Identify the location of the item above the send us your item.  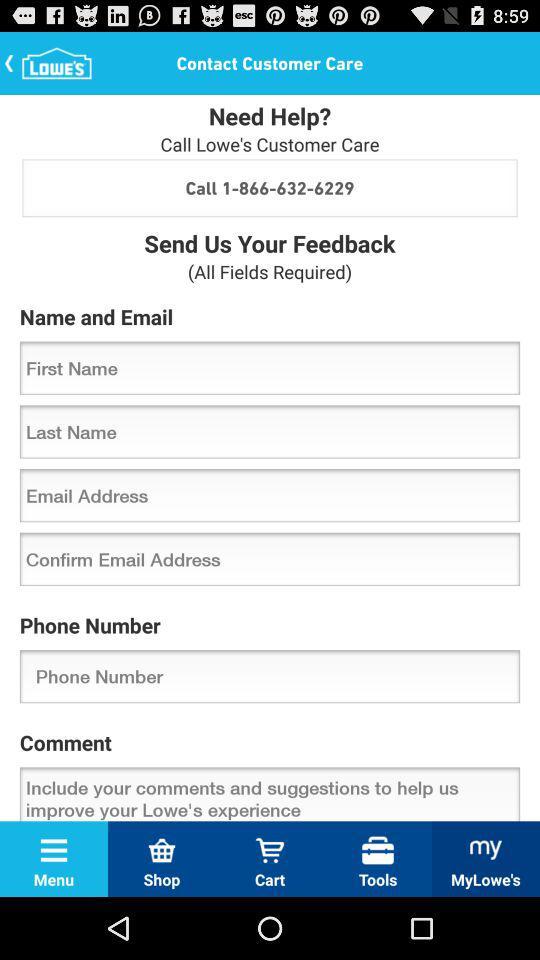
(270, 187).